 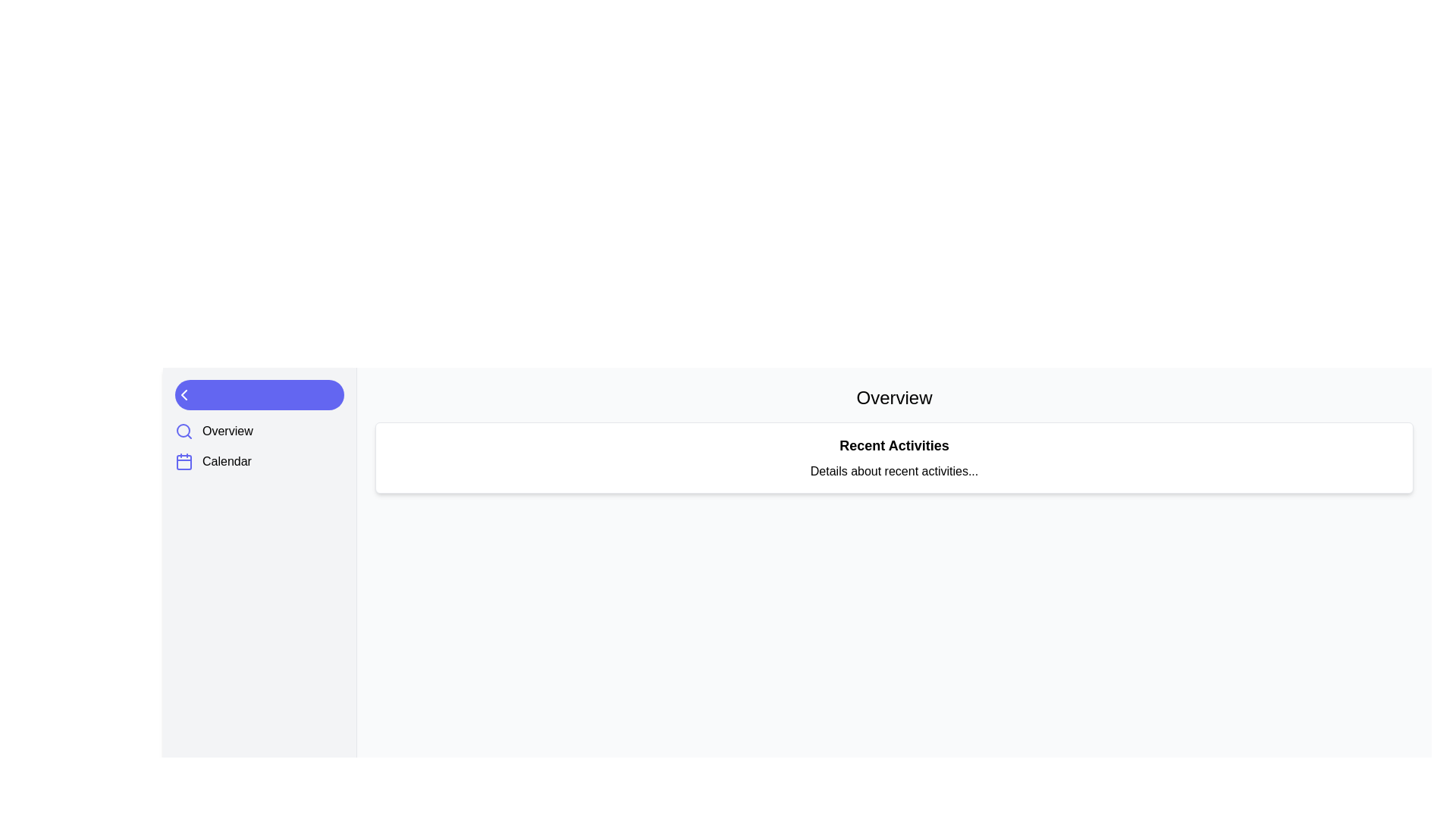 What do you see at coordinates (212, 461) in the screenshot?
I see `the 'Calendar' button in the left sidebar using keyboard navigation` at bounding box center [212, 461].